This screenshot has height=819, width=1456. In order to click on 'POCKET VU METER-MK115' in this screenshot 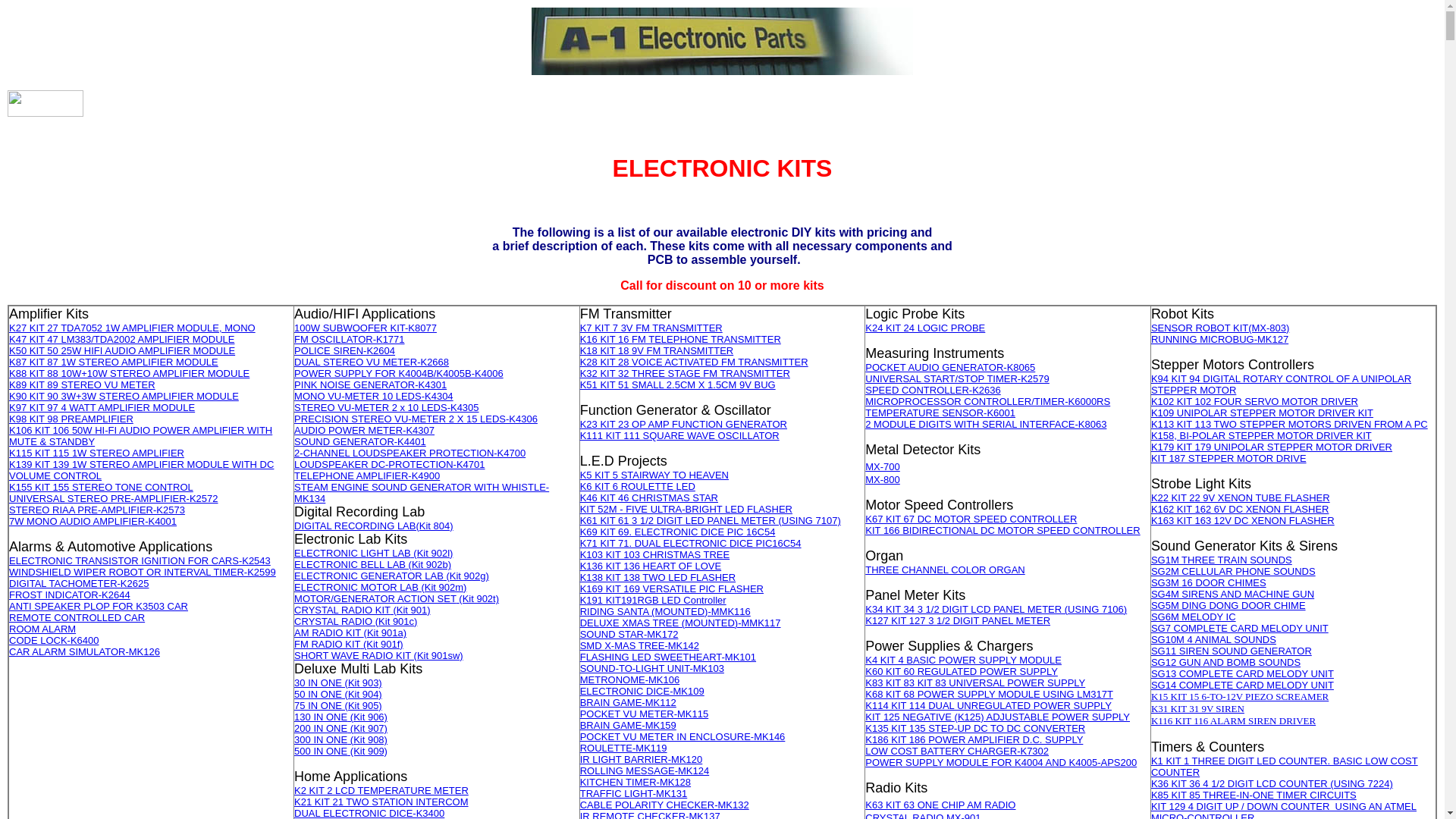, I will do `click(644, 714)`.